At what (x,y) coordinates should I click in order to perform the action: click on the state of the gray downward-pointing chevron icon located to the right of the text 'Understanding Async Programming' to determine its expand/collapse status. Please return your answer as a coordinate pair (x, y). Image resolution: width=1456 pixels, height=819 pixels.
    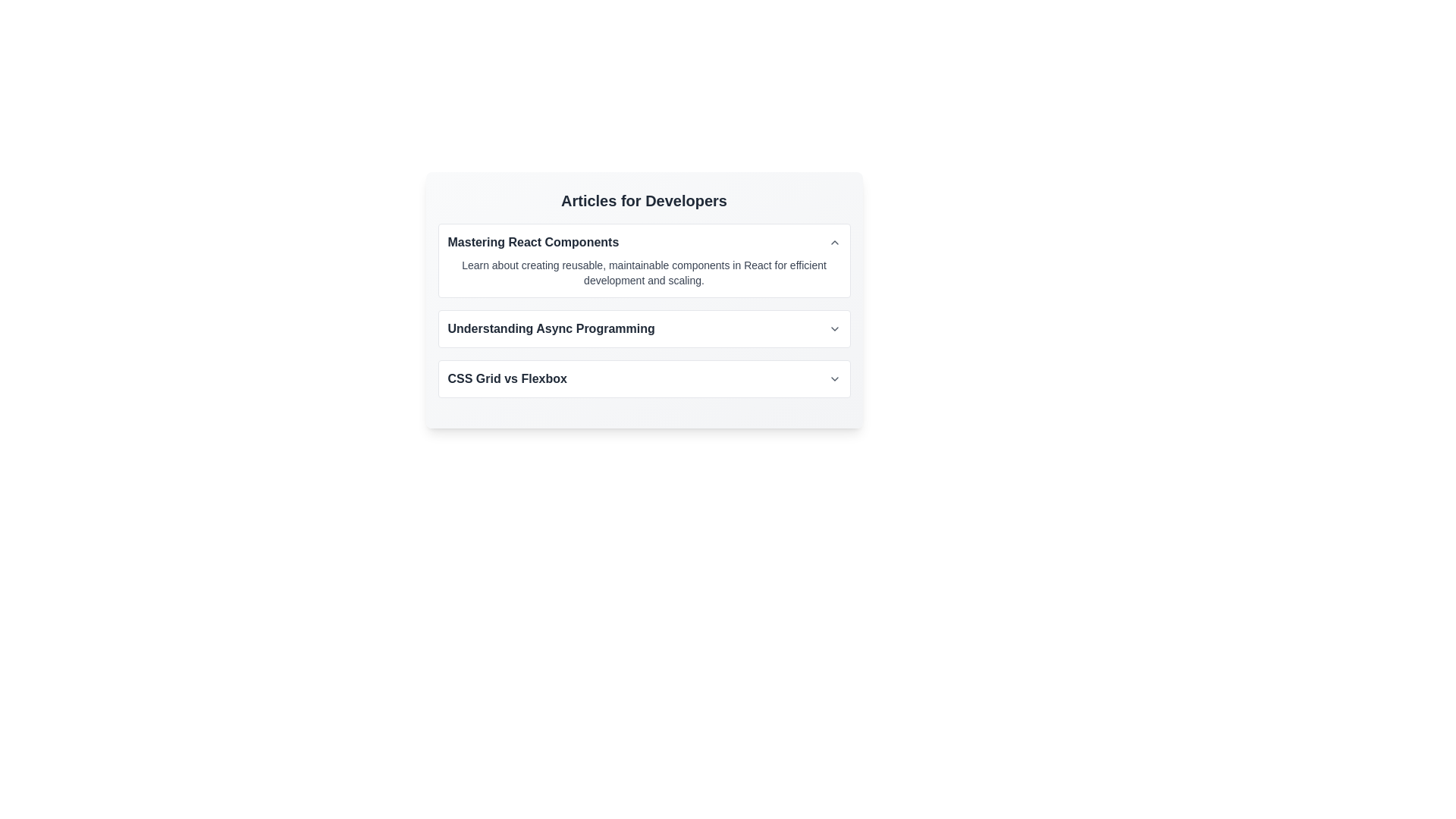
    Looking at the image, I should click on (833, 328).